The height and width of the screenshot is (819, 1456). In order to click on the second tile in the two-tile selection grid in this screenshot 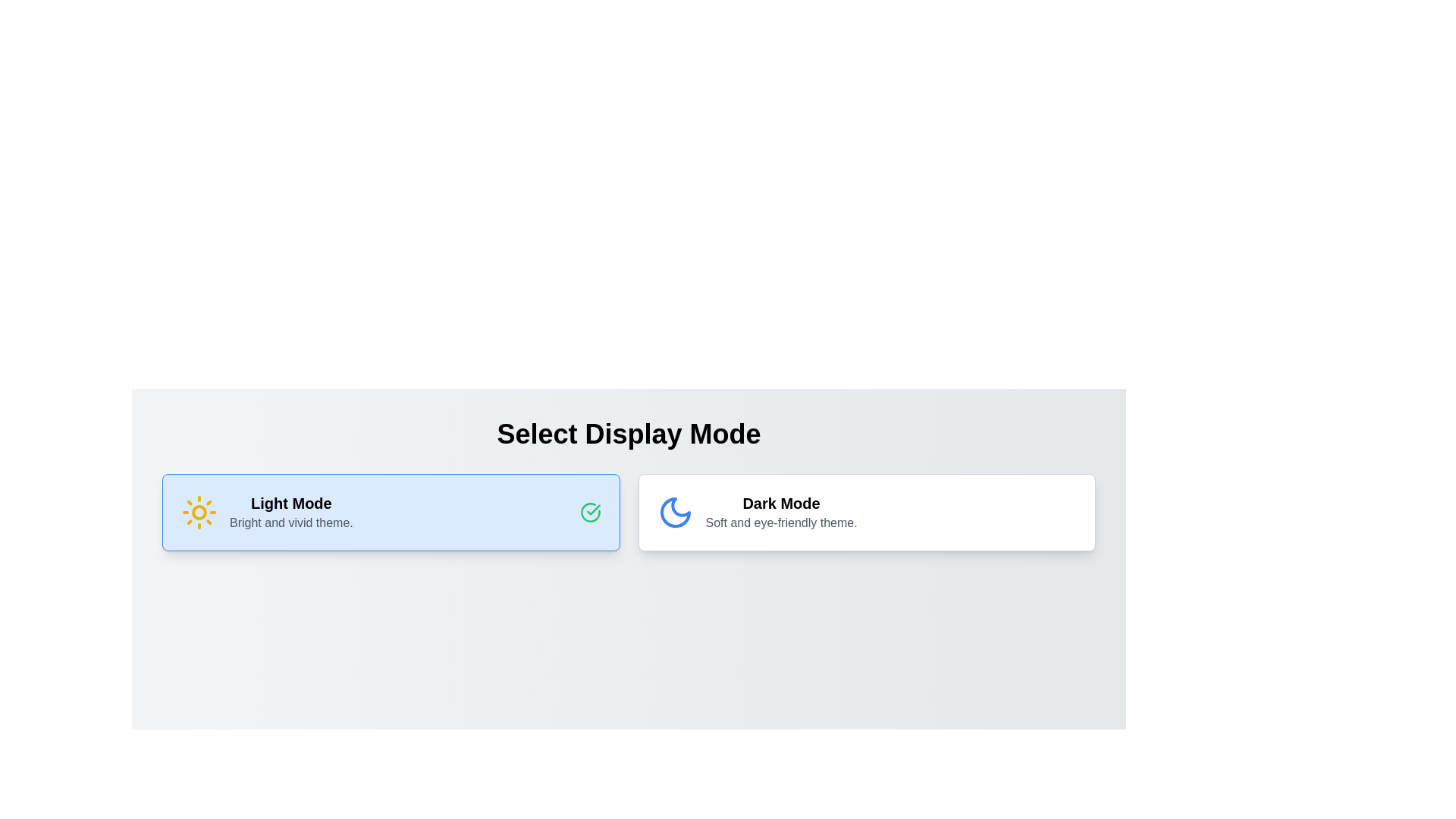, I will do `click(866, 512)`.